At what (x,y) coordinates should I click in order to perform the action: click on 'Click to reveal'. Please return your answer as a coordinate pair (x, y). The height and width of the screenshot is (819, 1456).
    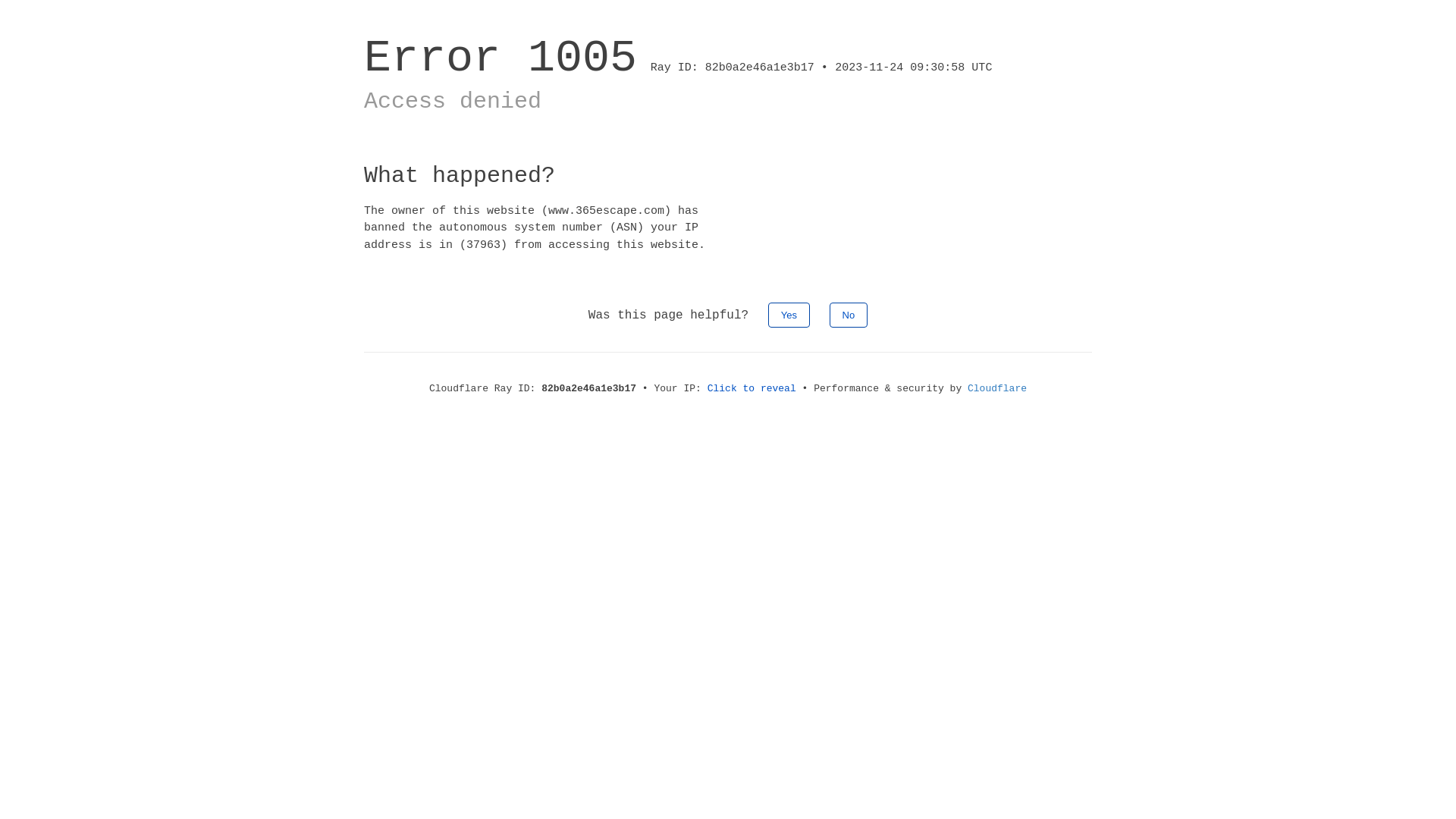
    Looking at the image, I should click on (752, 388).